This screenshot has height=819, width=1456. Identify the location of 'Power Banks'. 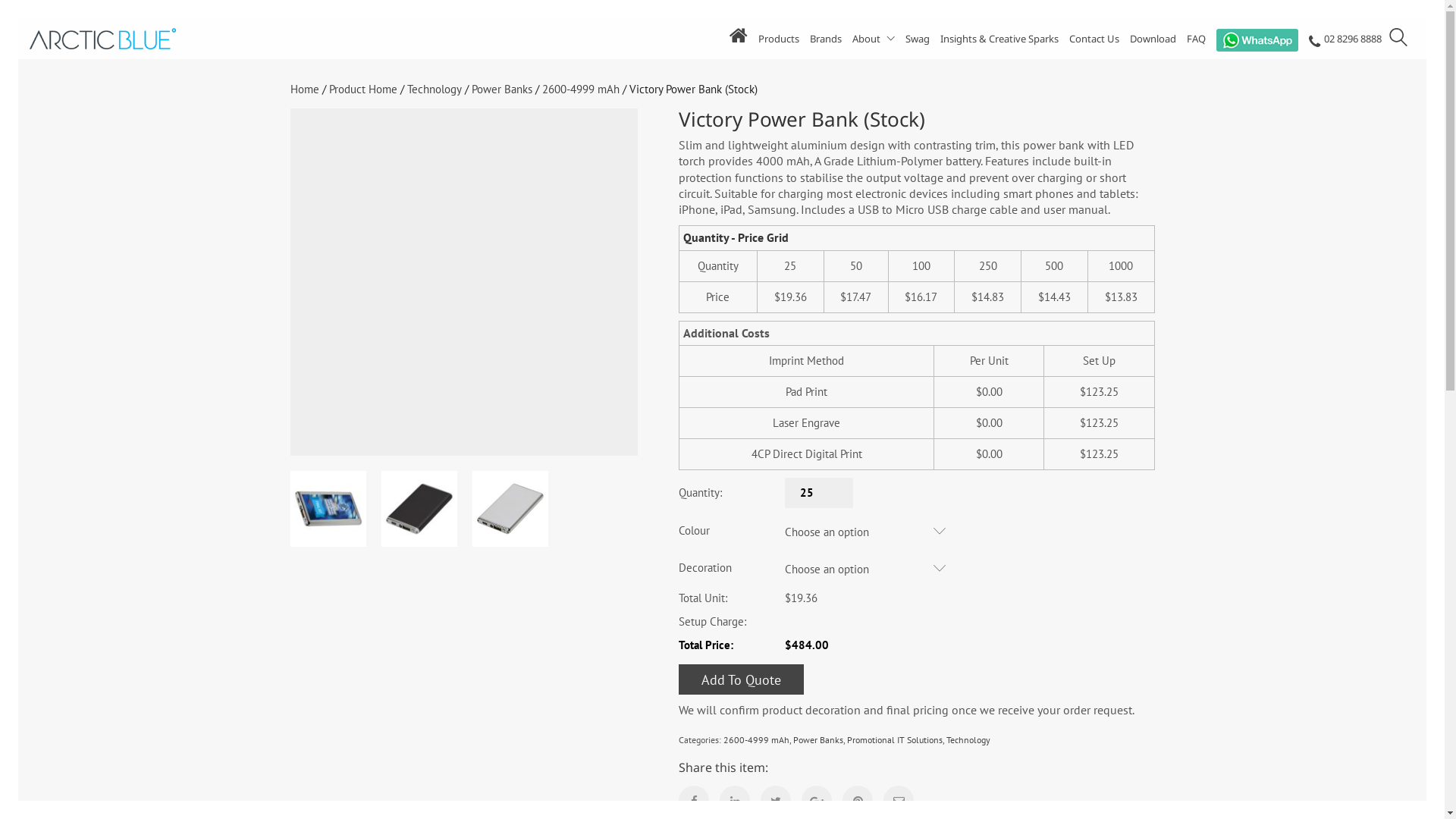
(502, 89).